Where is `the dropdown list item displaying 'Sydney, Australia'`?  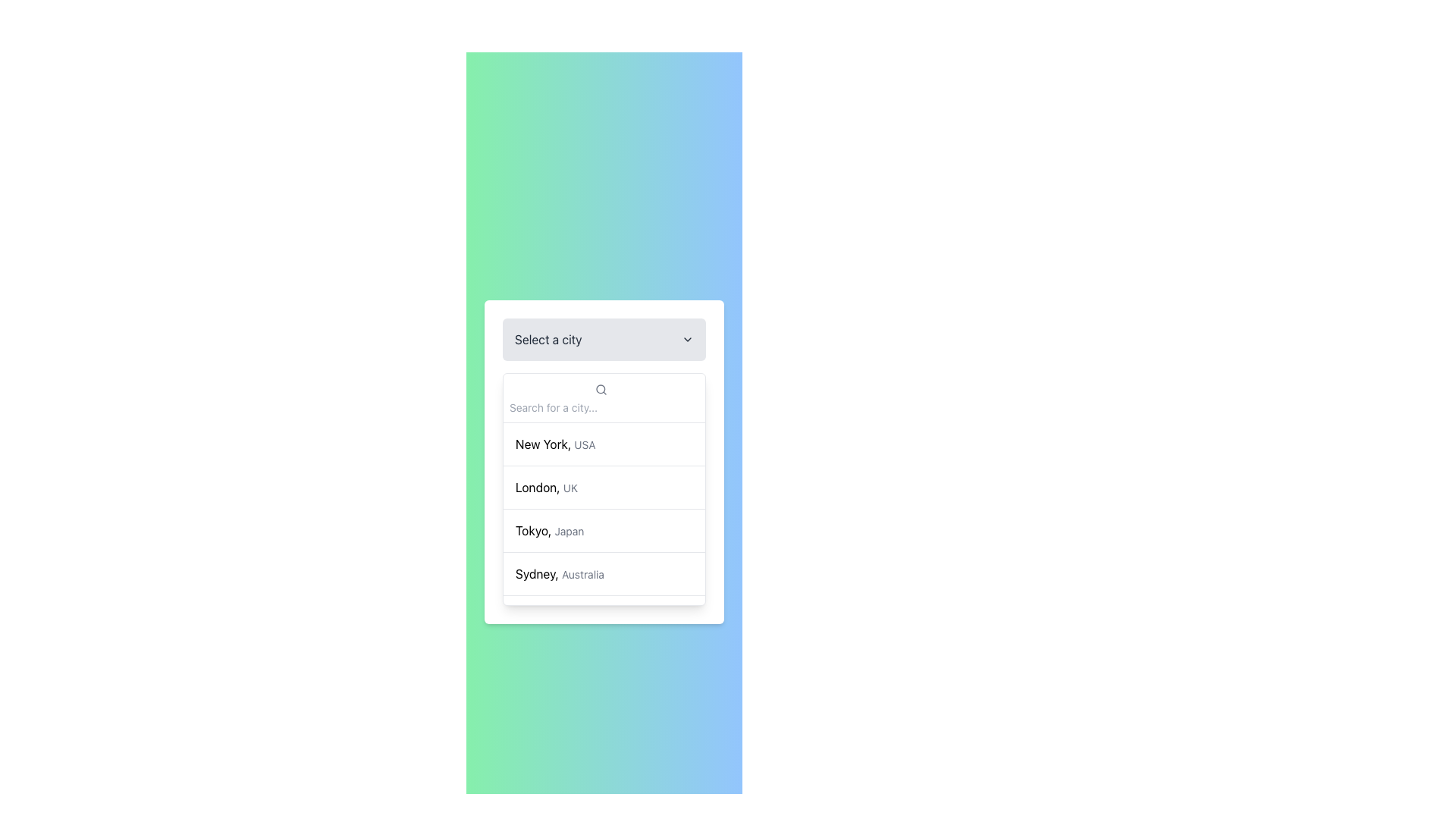 the dropdown list item displaying 'Sydney, Australia' is located at coordinates (559, 573).